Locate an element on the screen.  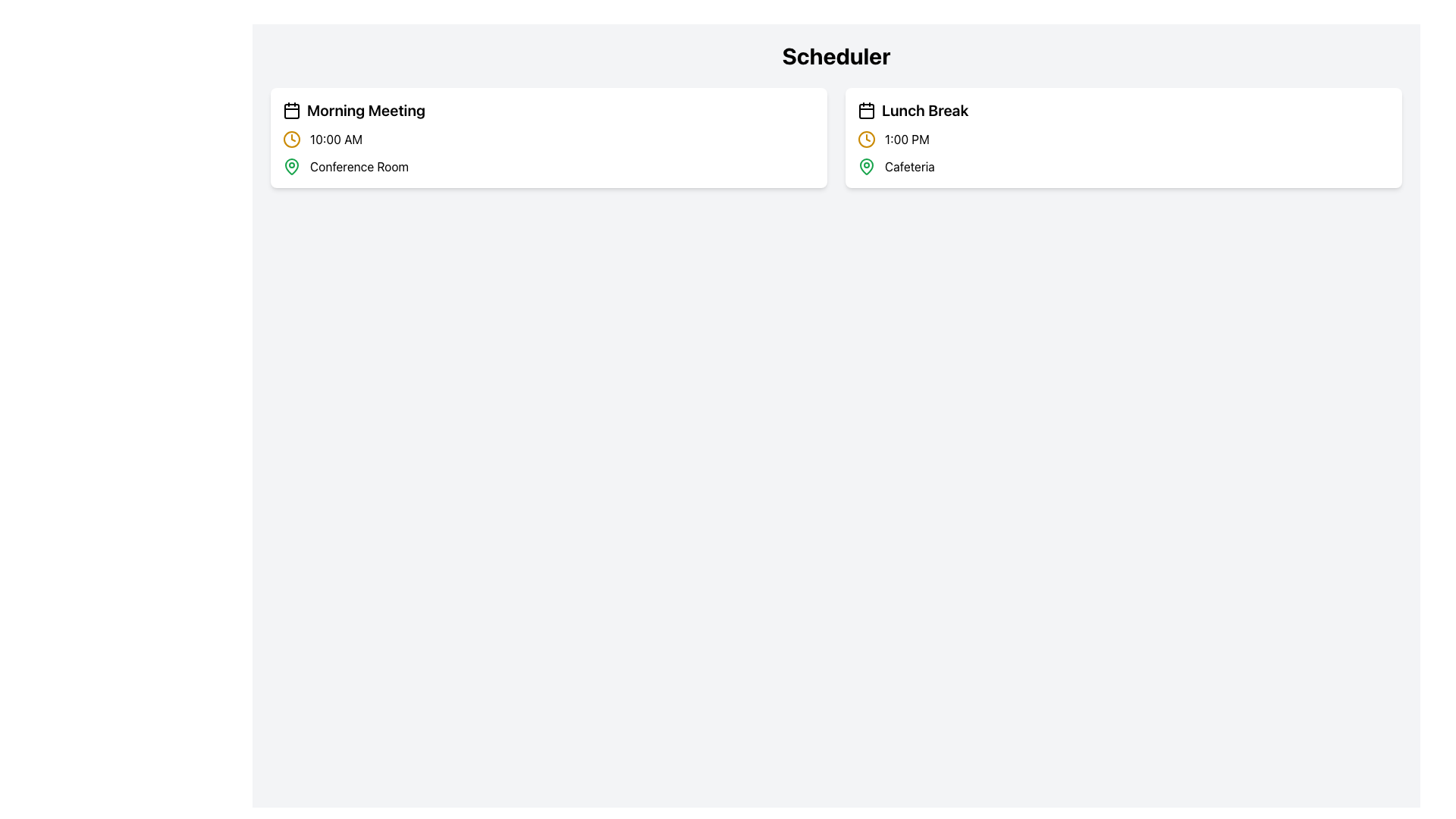
the content area of the calendar graphic component located within the calendar icon adjacent to the 'Lunch Break' text in the right-side card of the scheduler interface is located at coordinates (866, 110).